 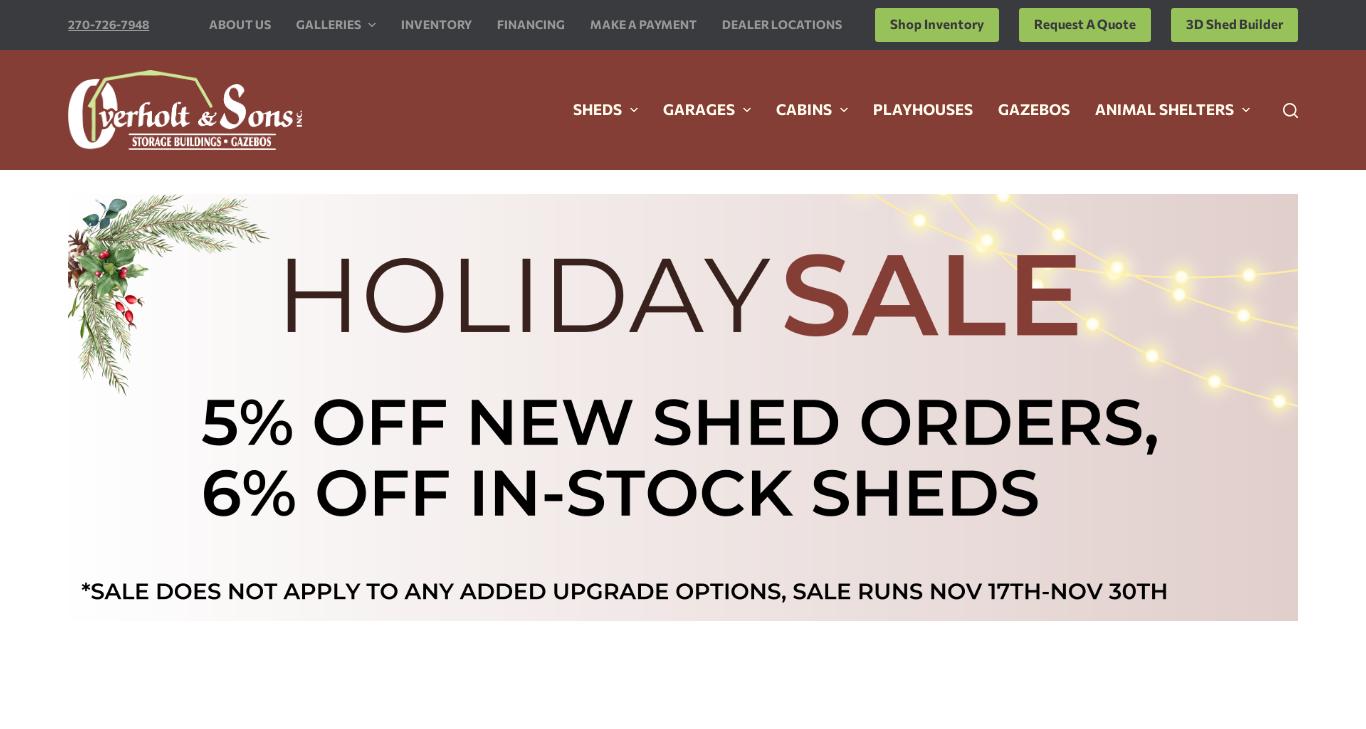 What do you see at coordinates (576, 429) in the screenshot?
I see `'Request A Free Quote'` at bounding box center [576, 429].